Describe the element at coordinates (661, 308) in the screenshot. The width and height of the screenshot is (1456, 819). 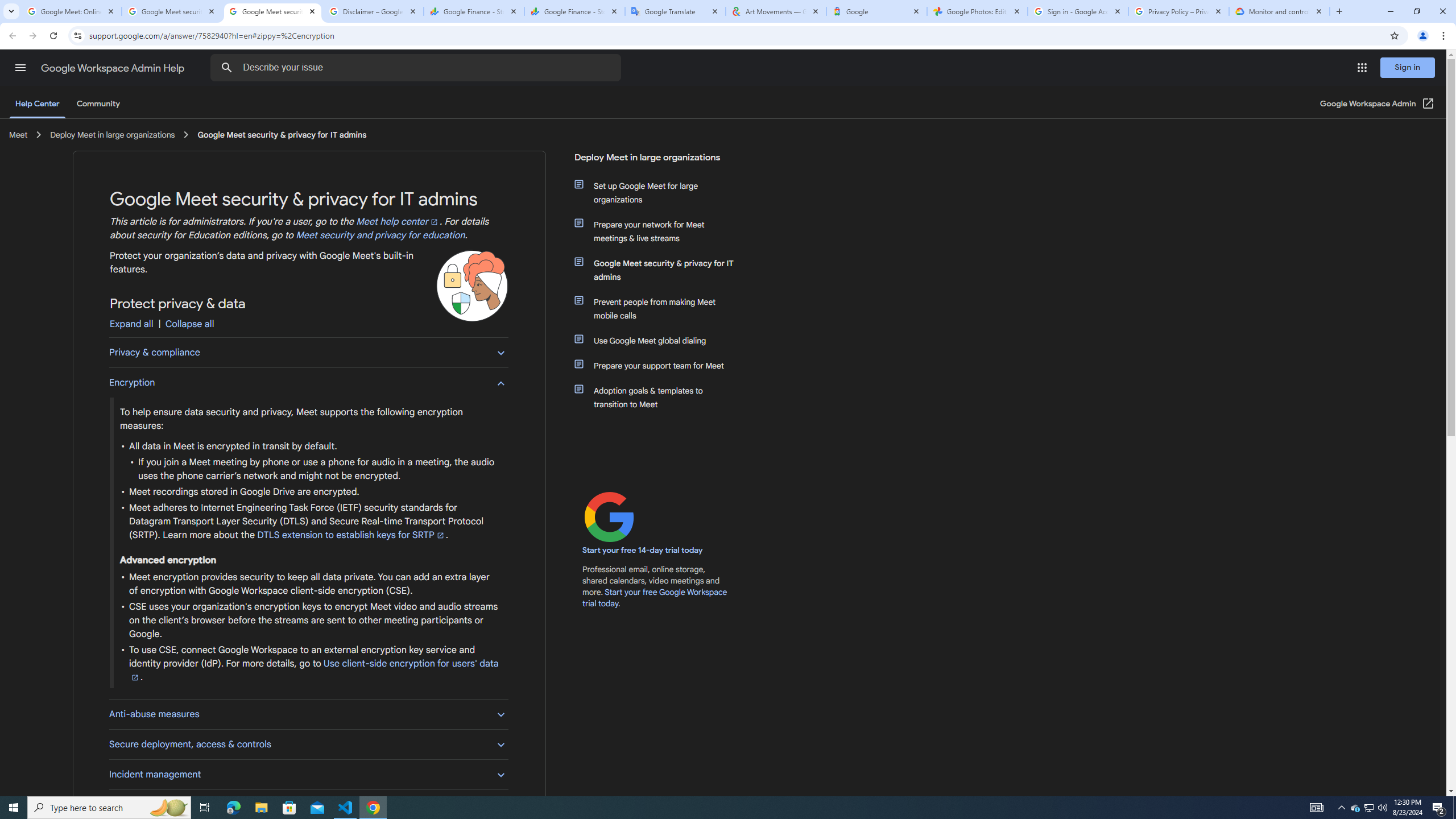
I see `'Prevent people from making Meet mobile calls'` at that location.